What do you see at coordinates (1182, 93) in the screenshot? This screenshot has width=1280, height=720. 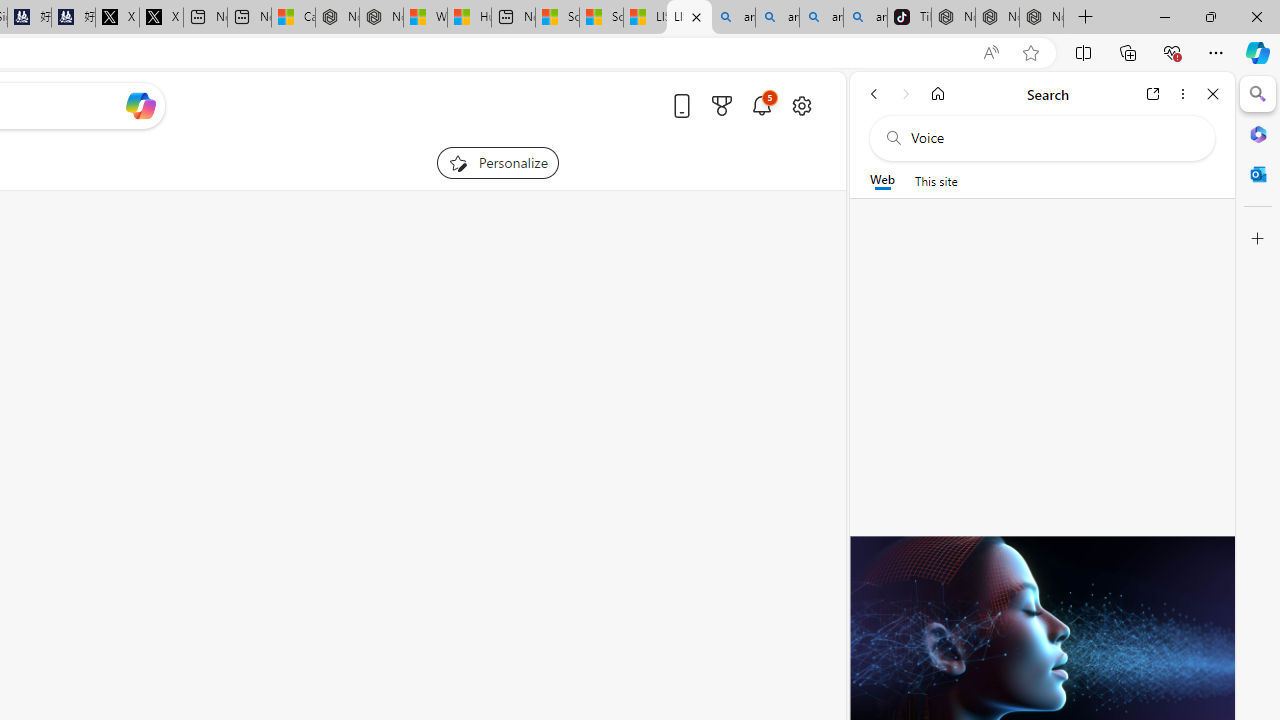 I see `'More options'` at bounding box center [1182, 93].